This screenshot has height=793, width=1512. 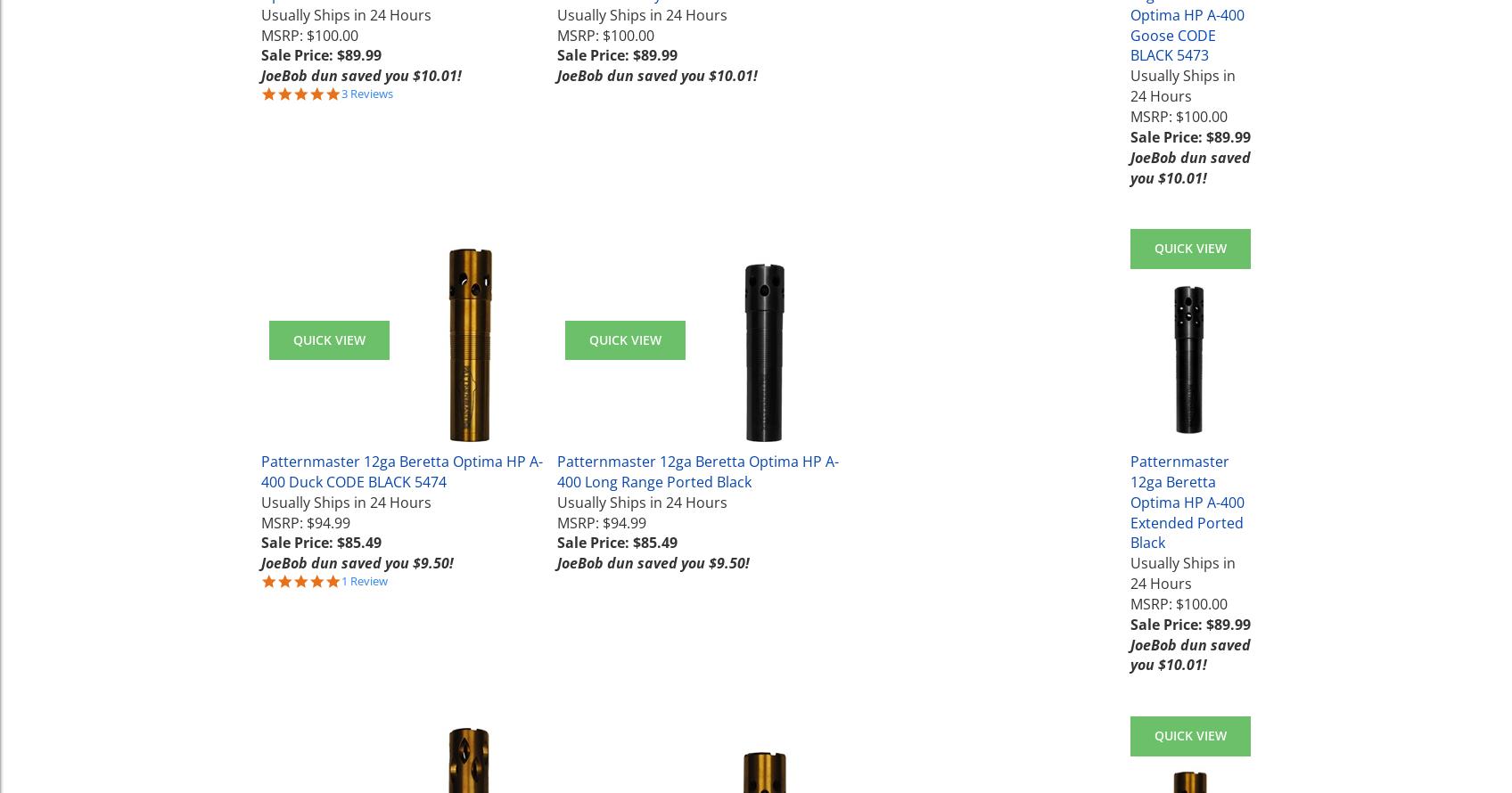 What do you see at coordinates (555, 470) in the screenshot?
I see `'Patternmaster 12ga Beretta Optima HP A-400 Long Range Ported Black'` at bounding box center [555, 470].